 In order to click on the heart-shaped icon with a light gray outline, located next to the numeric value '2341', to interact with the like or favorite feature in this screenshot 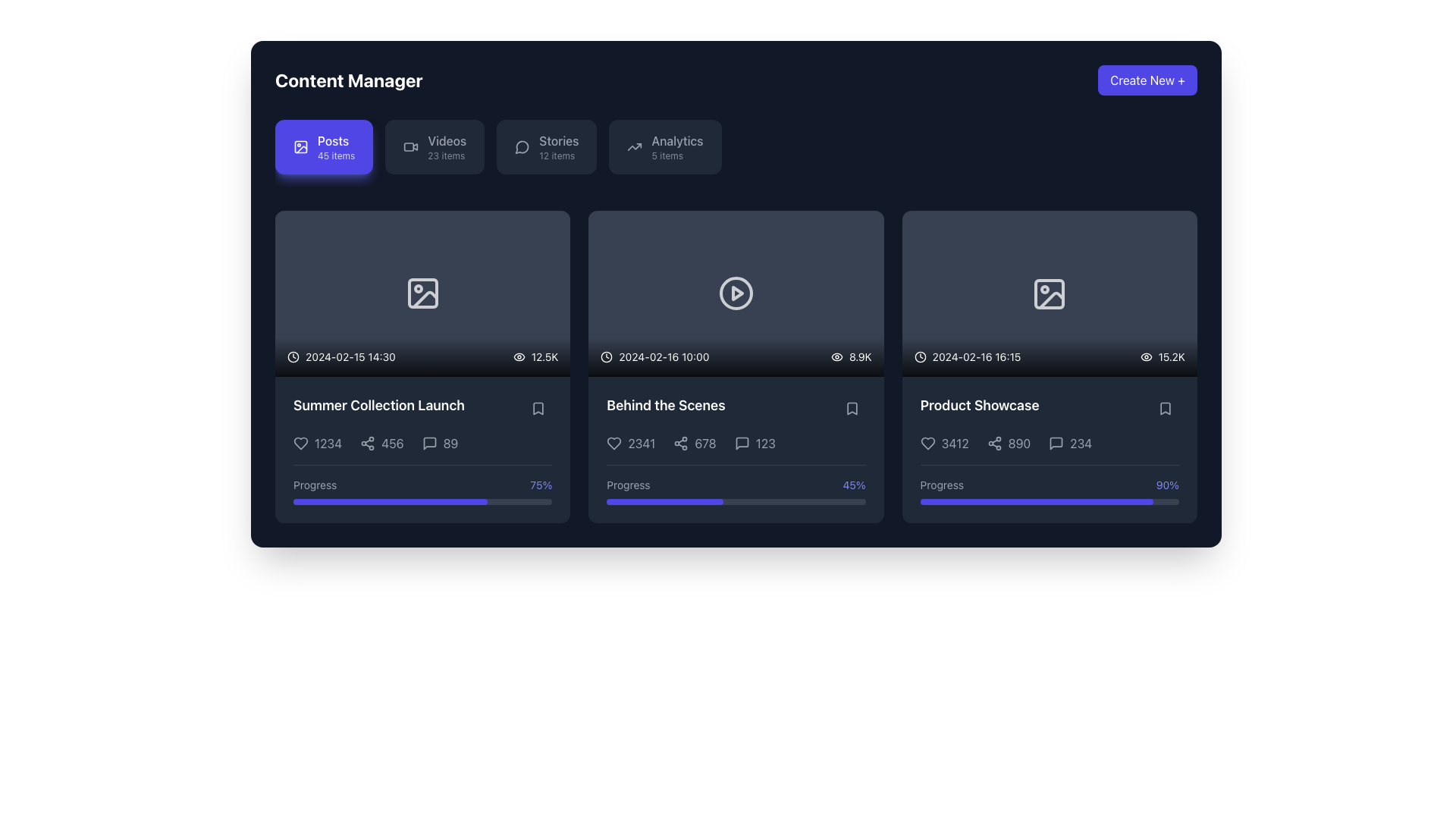, I will do `click(614, 443)`.